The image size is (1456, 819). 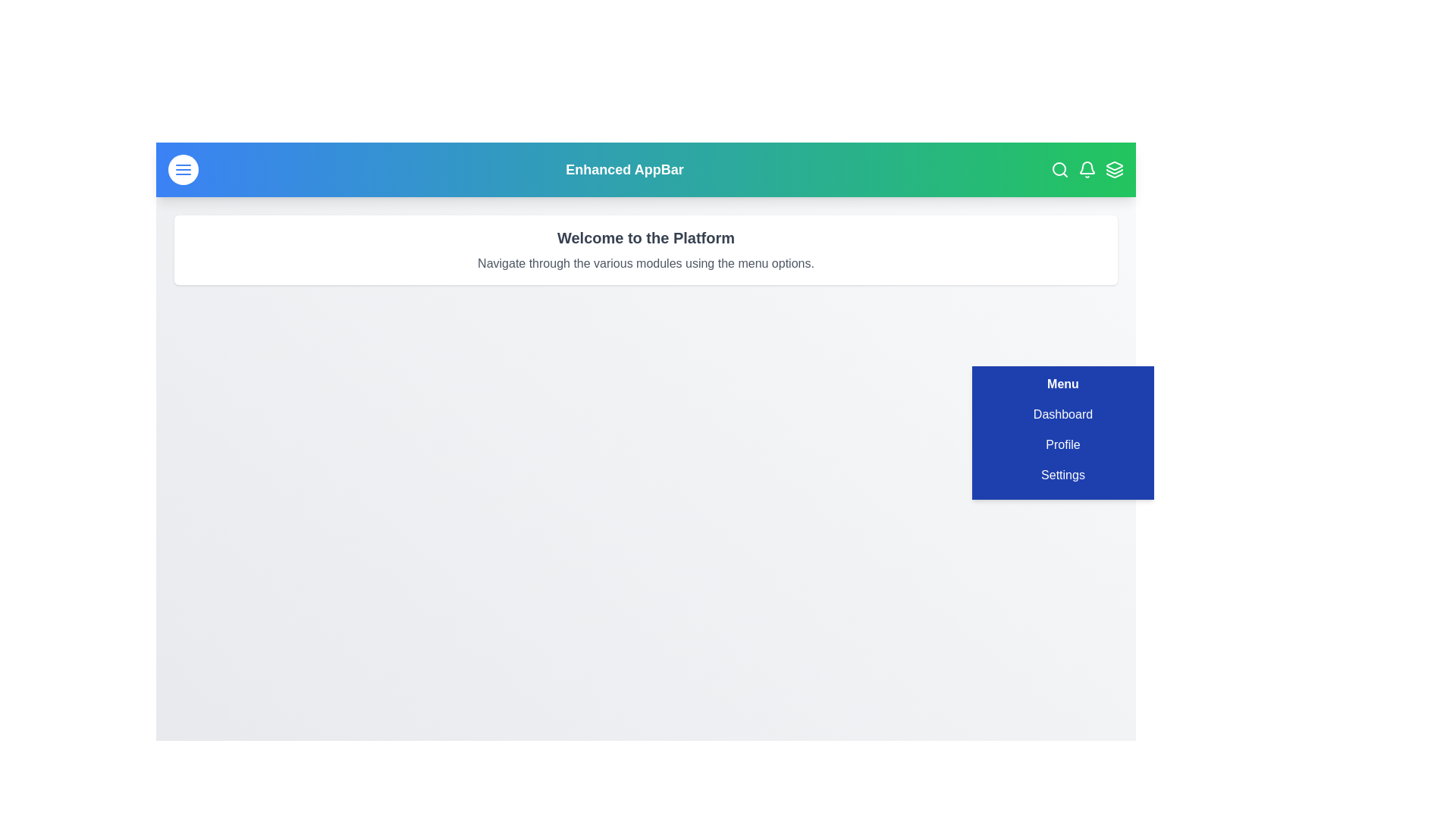 I want to click on the menu toggle button to toggle the menu visibility, so click(x=182, y=169).